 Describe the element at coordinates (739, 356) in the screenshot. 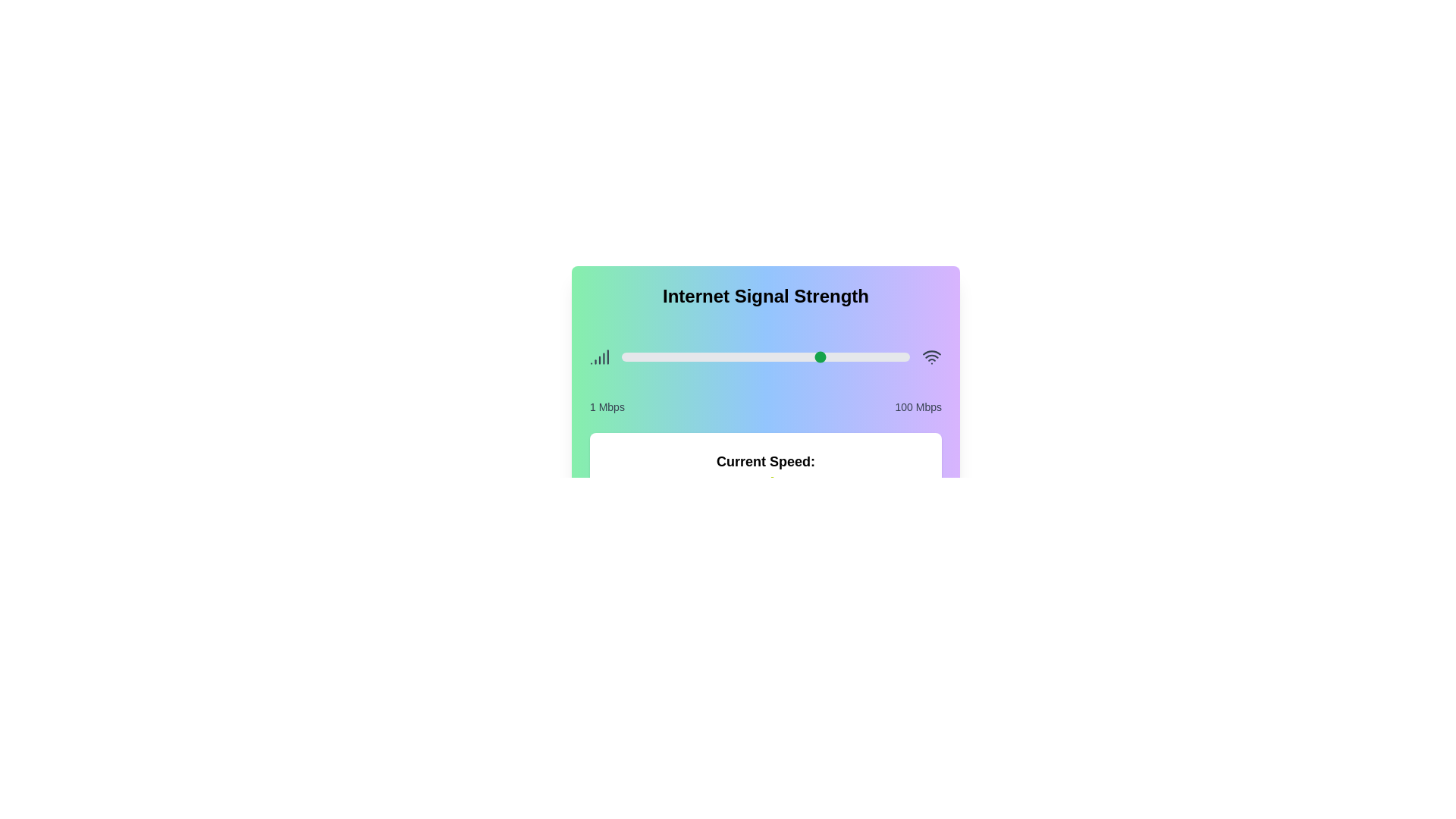

I see `the signal strength slider to 41 percentage` at that location.